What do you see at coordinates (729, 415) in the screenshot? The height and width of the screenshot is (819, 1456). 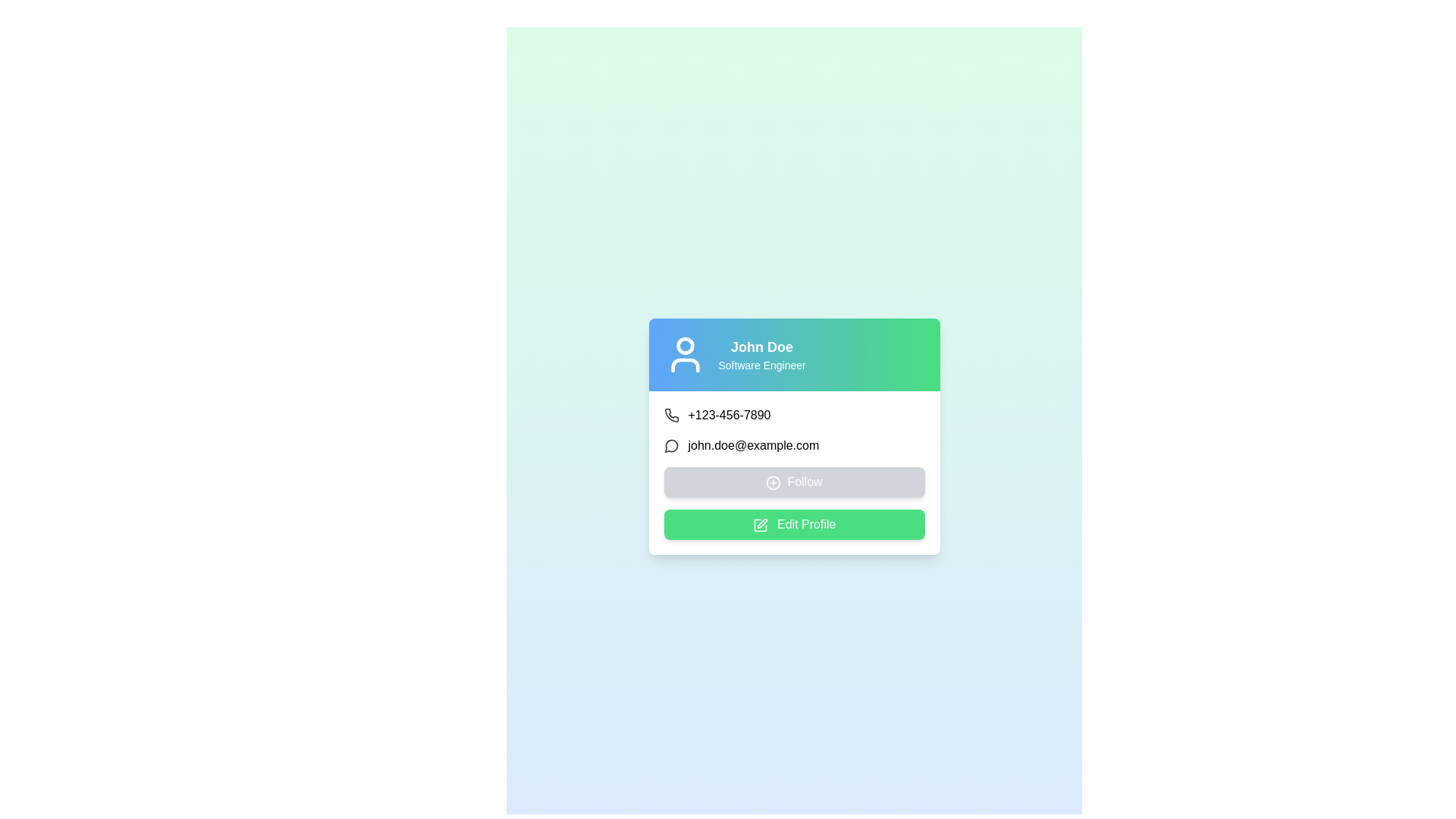 I see `the phone number display showing '+123-456-7890' located next to the phone icon in the user profile card` at bounding box center [729, 415].